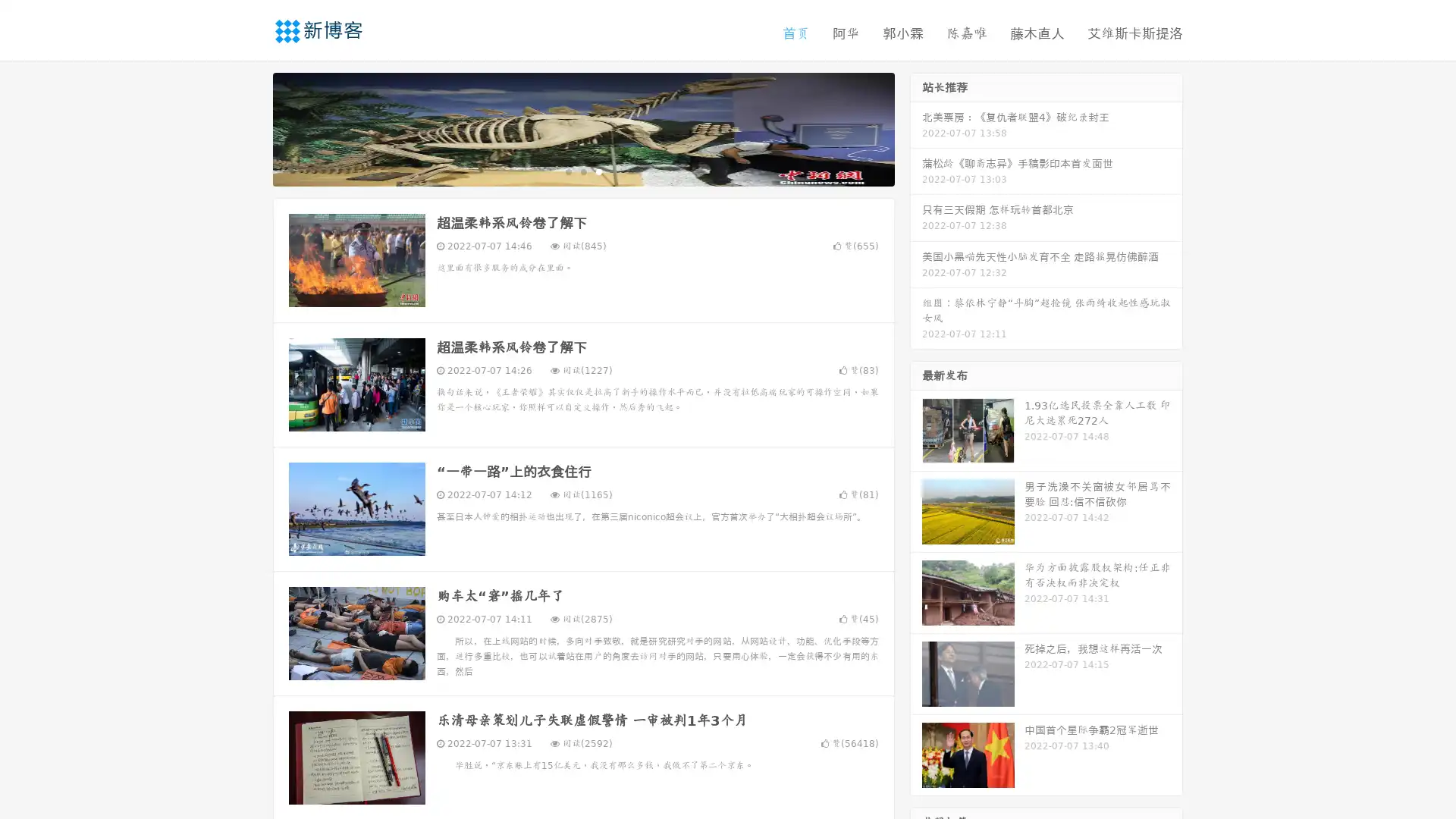  Describe the element at coordinates (916, 127) in the screenshot. I see `Next slide` at that location.